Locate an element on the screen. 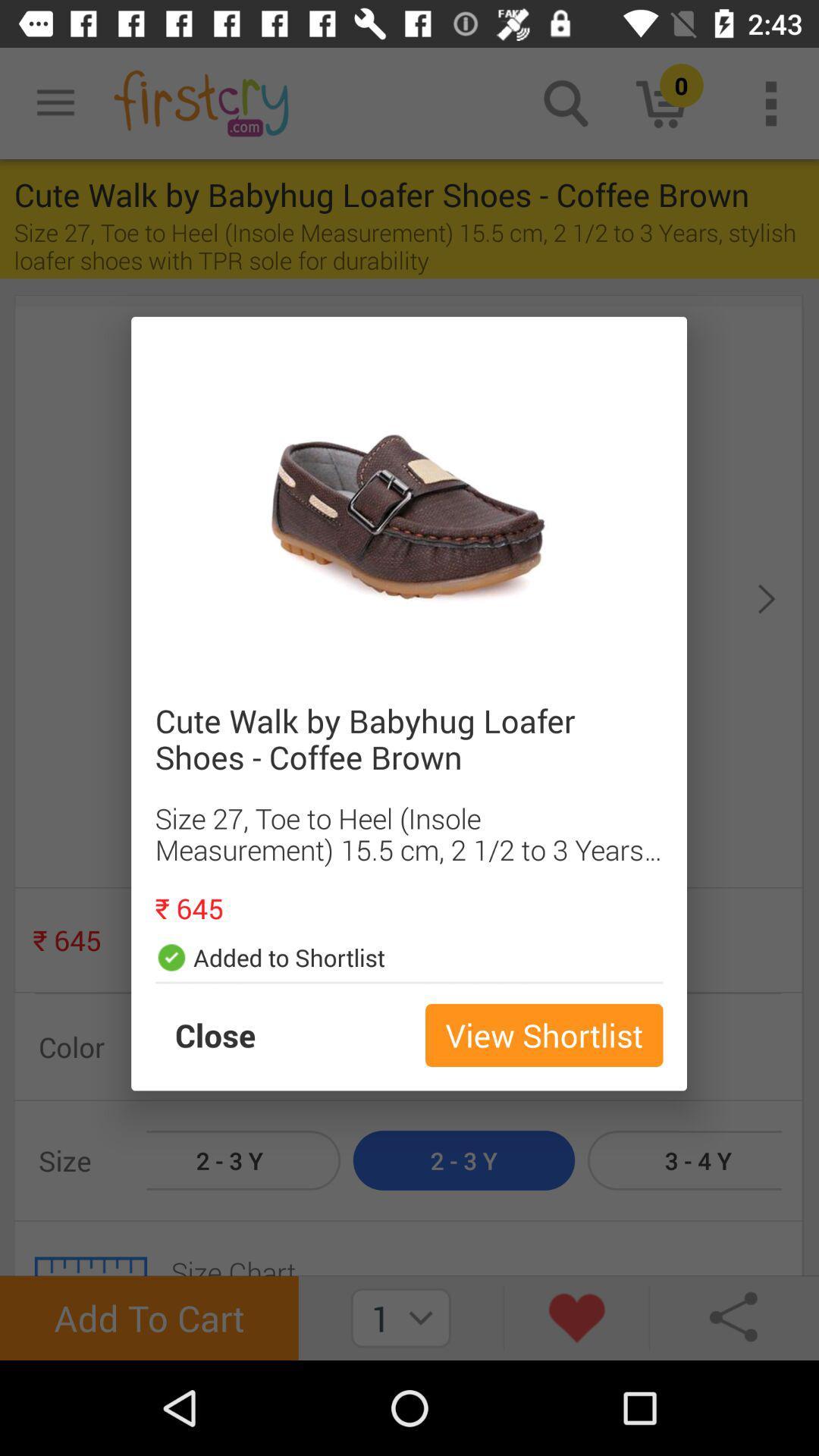 Image resolution: width=819 pixels, height=1456 pixels. icon next to the close icon is located at coordinates (543, 1034).